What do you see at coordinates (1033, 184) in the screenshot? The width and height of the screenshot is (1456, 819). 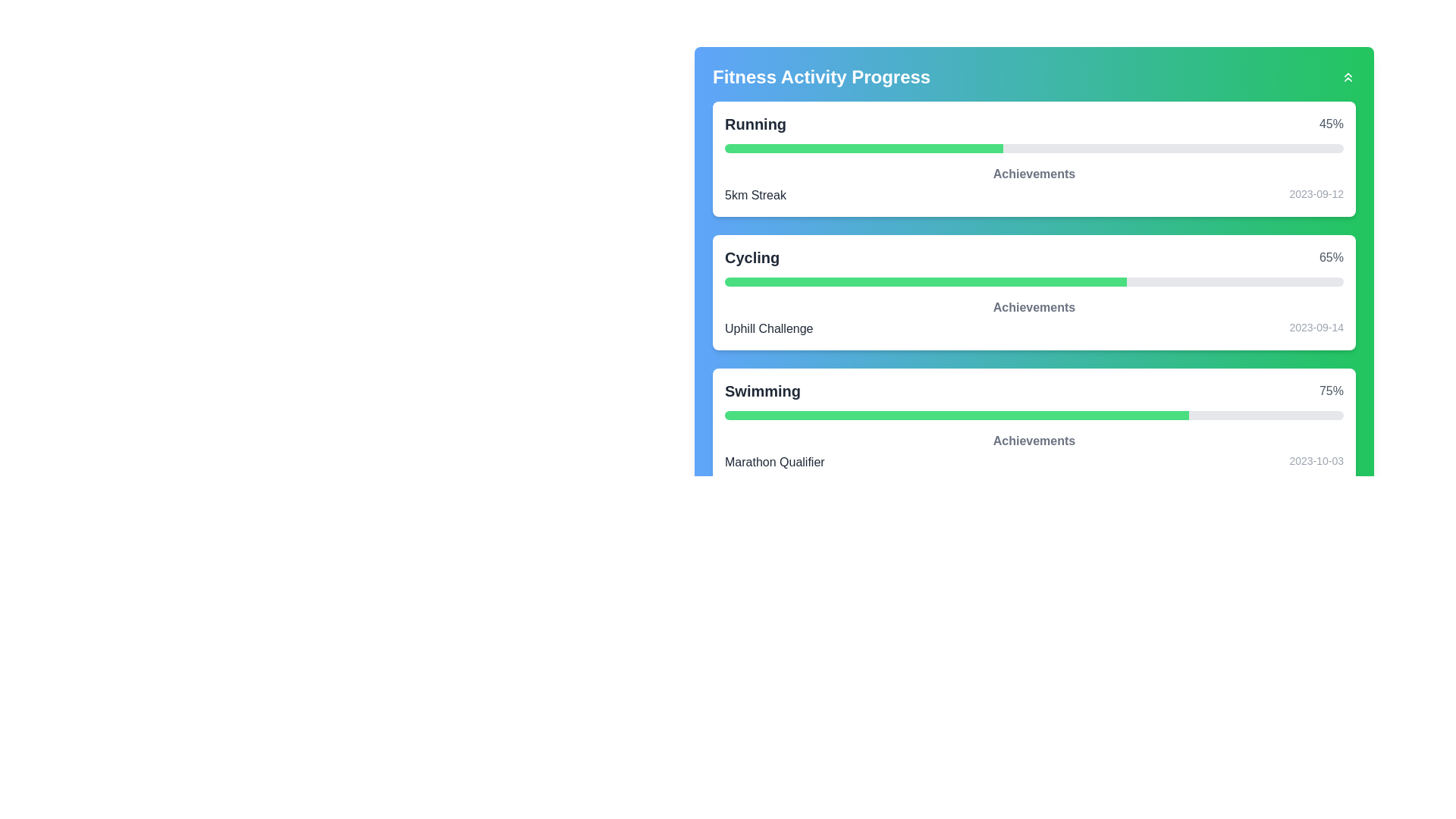 I see `the text label that serves as a section subheading for the achievements '5km Streak' and '2023-09-12', which is positioned under the progress bar and header text 'Running'` at bounding box center [1033, 184].